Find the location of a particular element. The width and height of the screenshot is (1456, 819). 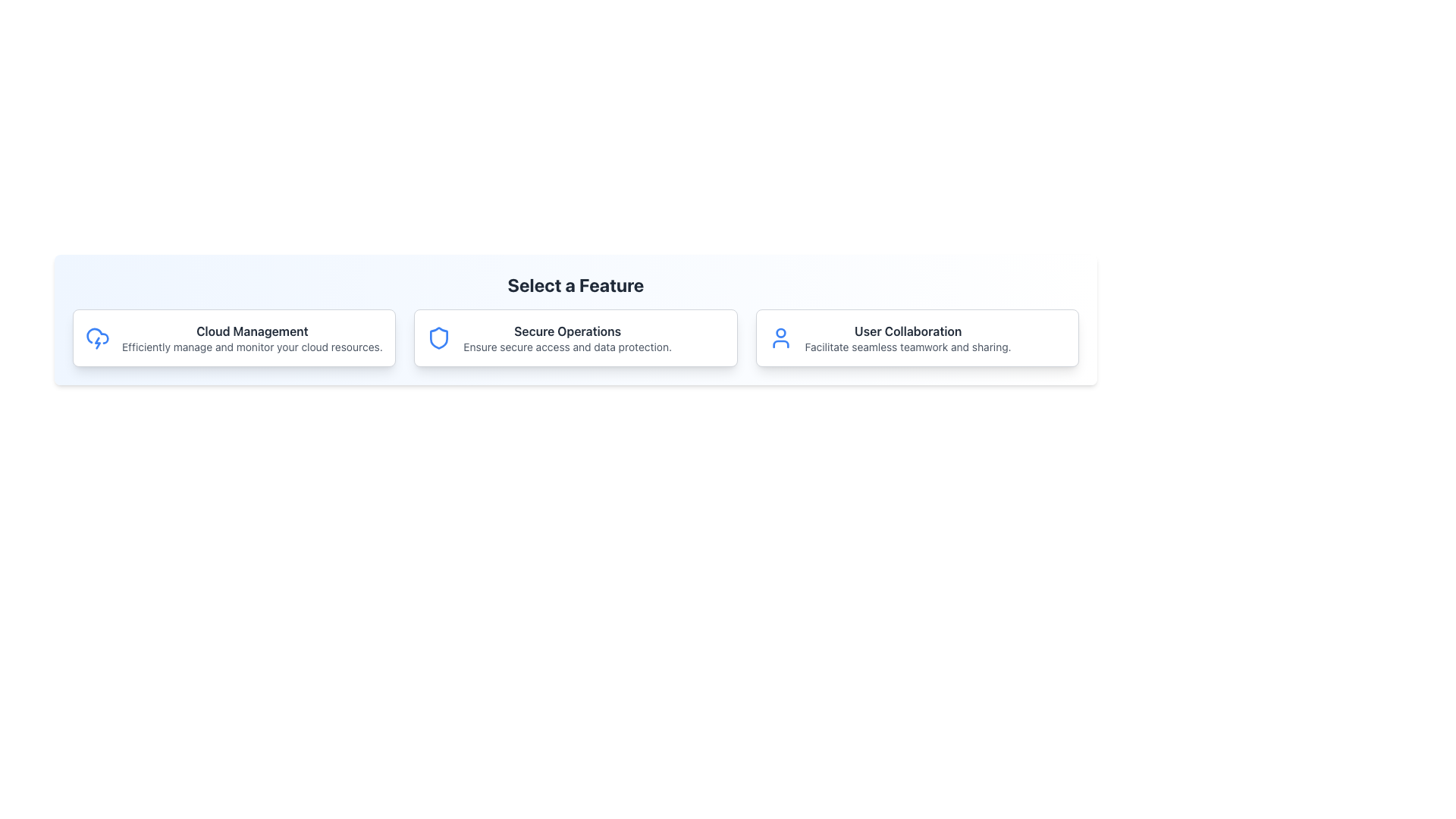

text content of the text block containing the title 'Secure Operations' and the description 'Ensure secure access and data protection.' is located at coordinates (566, 337).